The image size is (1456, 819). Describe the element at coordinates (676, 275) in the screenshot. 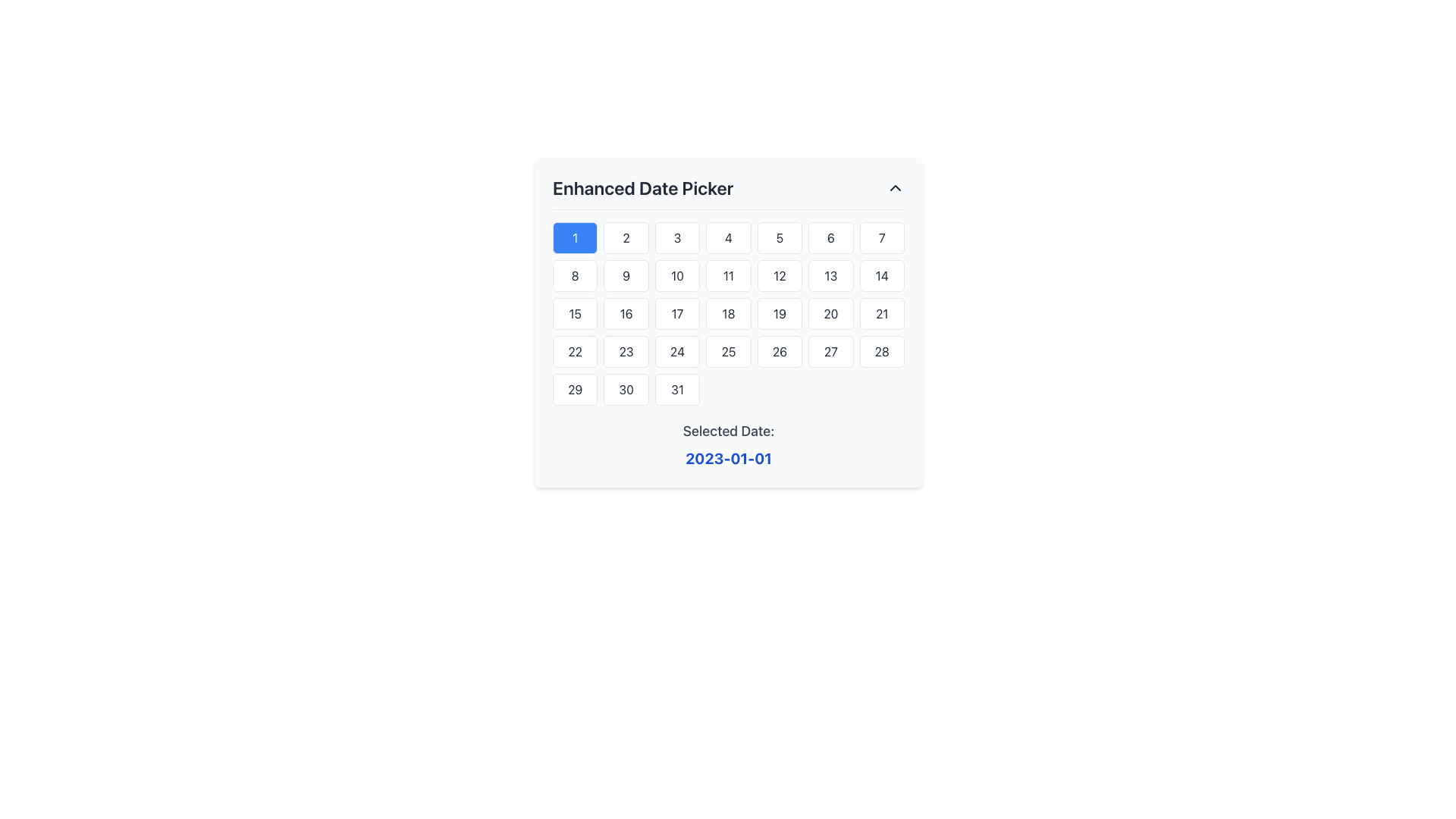

I see `the button representing the day '10' in the calendar date picker` at that location.